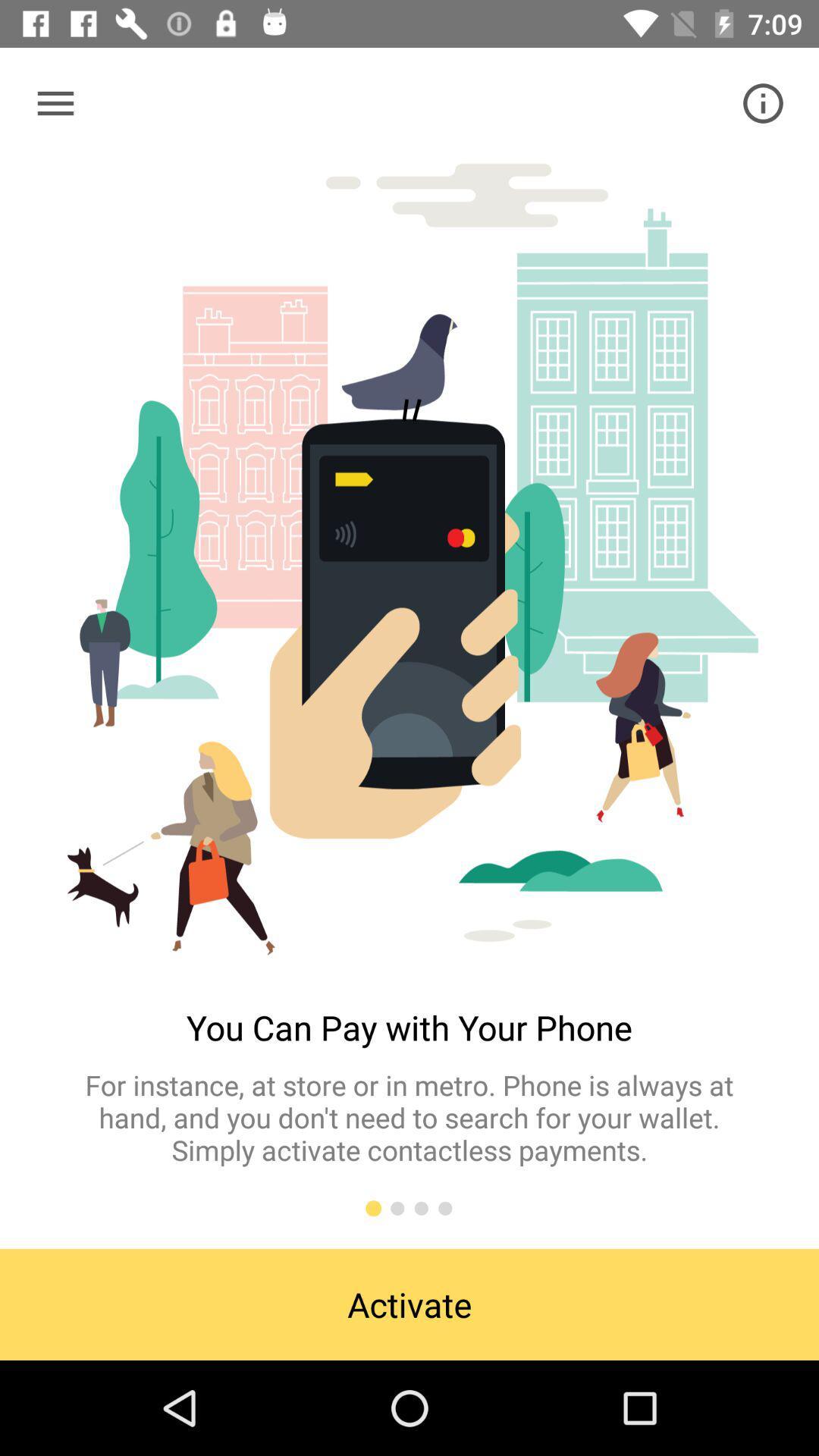 This screenshot has height=1456, width=819. I want to click on item at the top right corner, so click(763, 102).